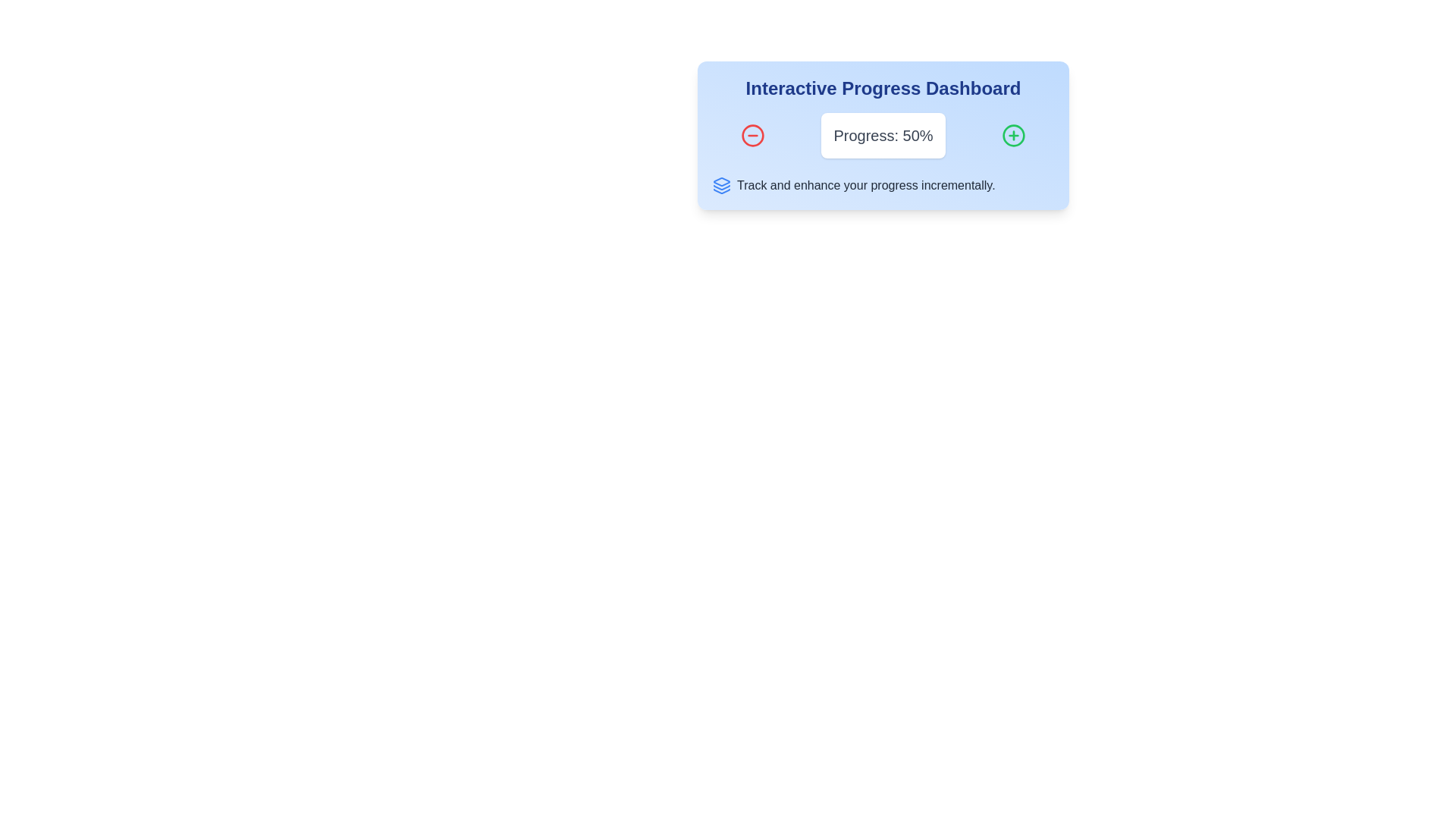 This screenshot has height=819, width=1456. I want to click on the text label displaying 'Track and enhance your progress incrementally.' which is styled in medium gray and positioned next to a blue layers icon, so click(866, 185).